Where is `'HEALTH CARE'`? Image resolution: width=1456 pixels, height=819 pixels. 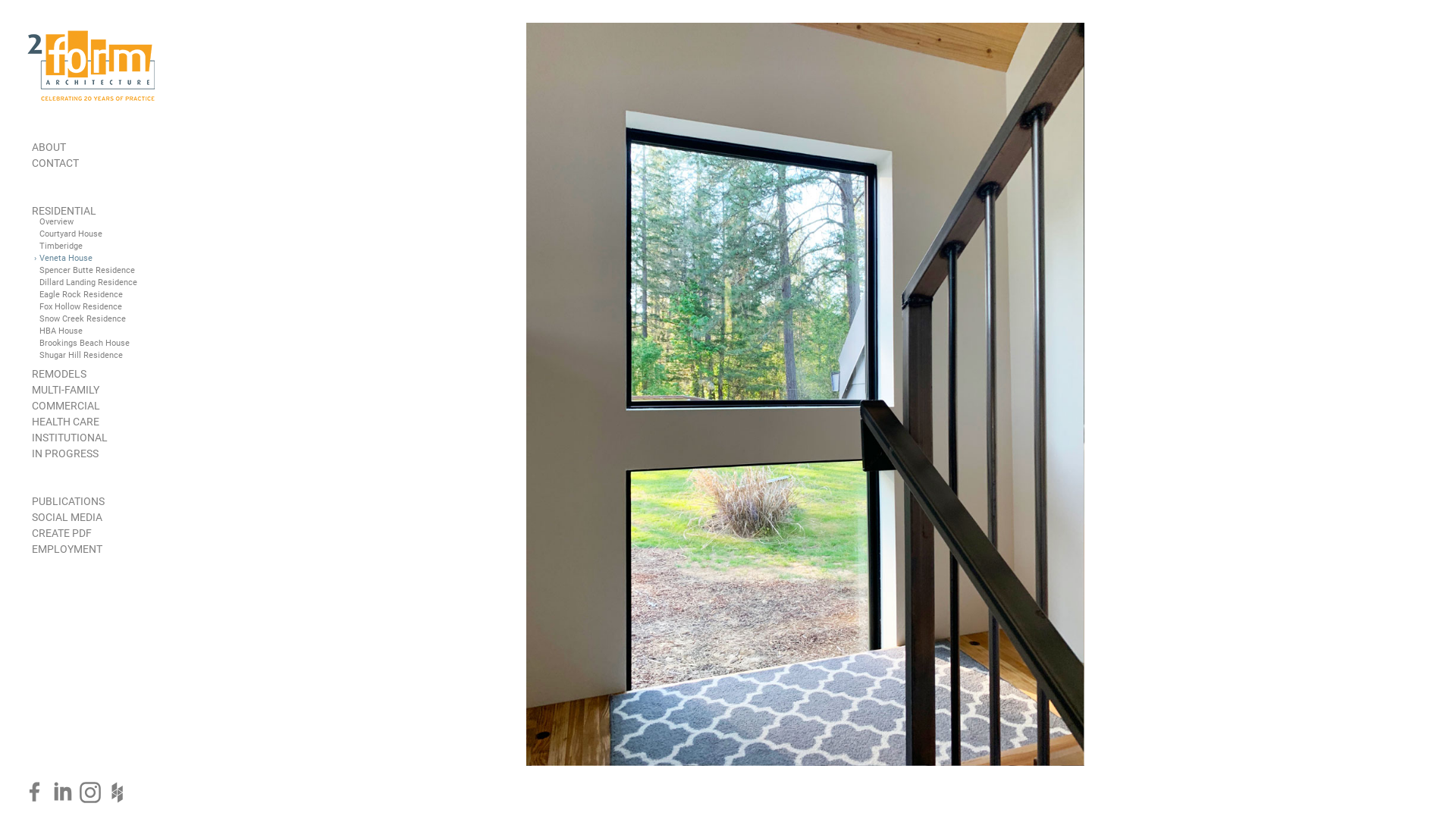
'HEALTH CARE' is located at coordinates (64, 421).